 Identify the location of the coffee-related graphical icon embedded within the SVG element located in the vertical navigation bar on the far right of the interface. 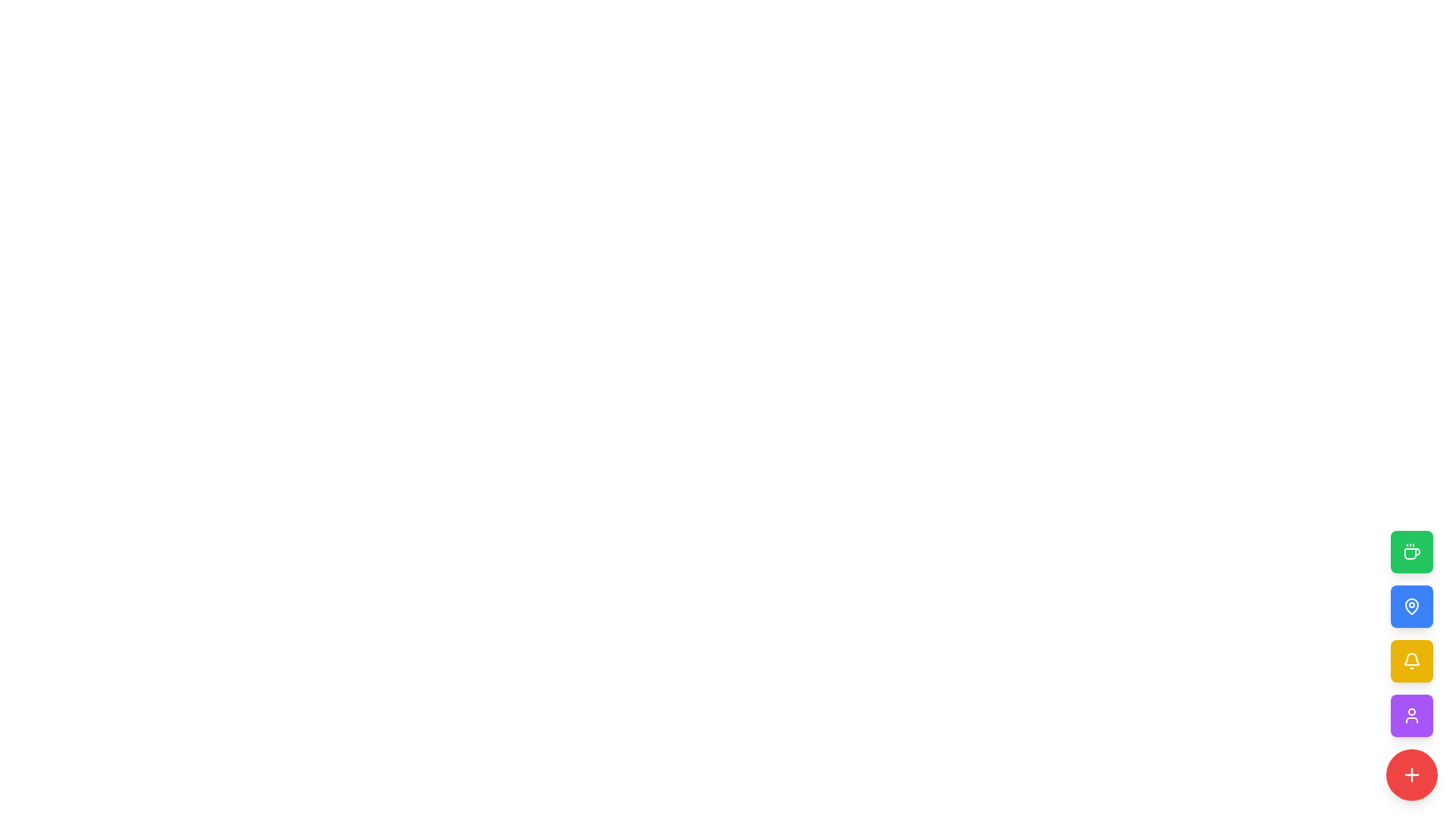
(1411, 554).